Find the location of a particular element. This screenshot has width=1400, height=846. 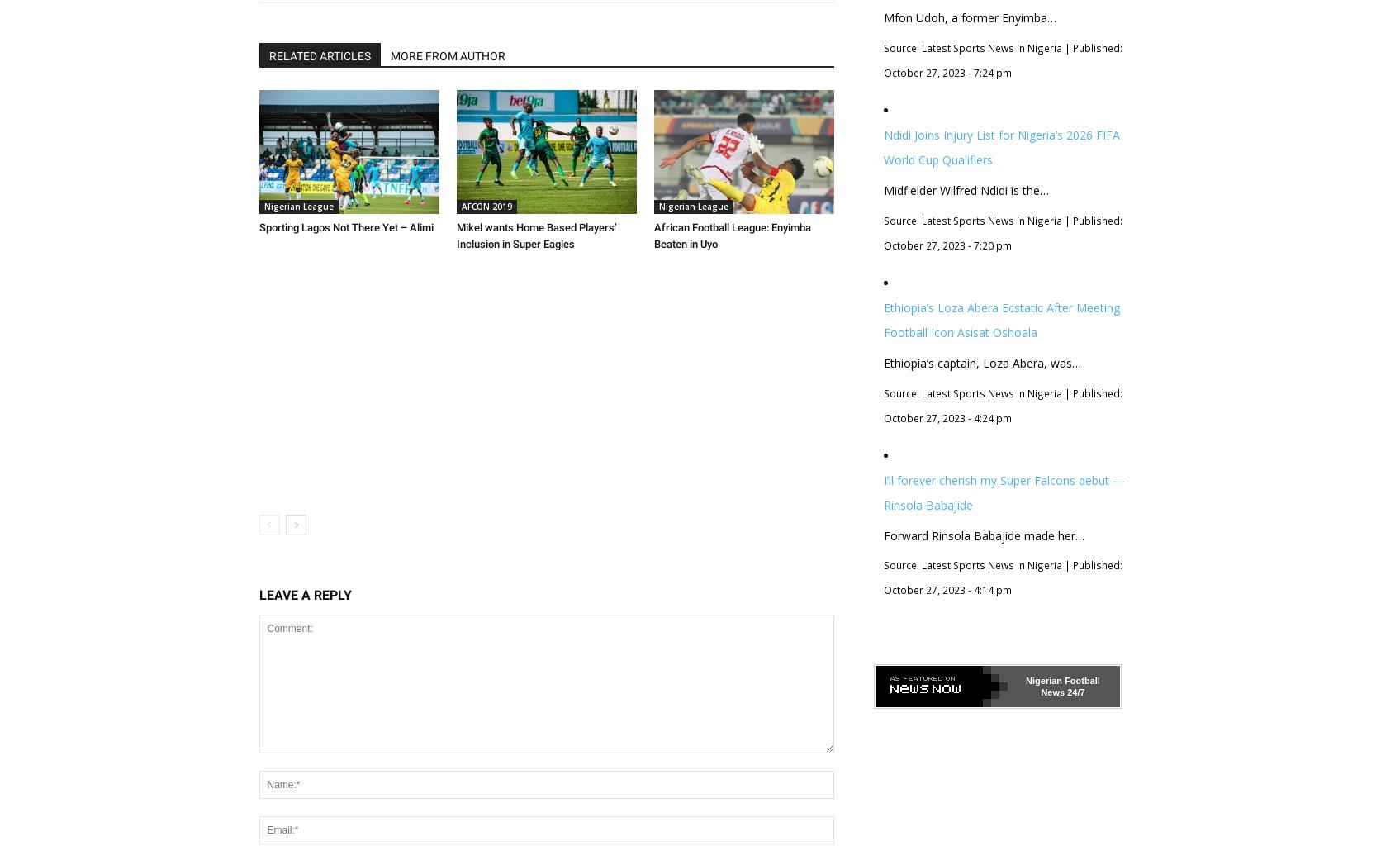

'Ethiopia’s captain, Loza Abera, was…' is located at coordinates (981, 362).